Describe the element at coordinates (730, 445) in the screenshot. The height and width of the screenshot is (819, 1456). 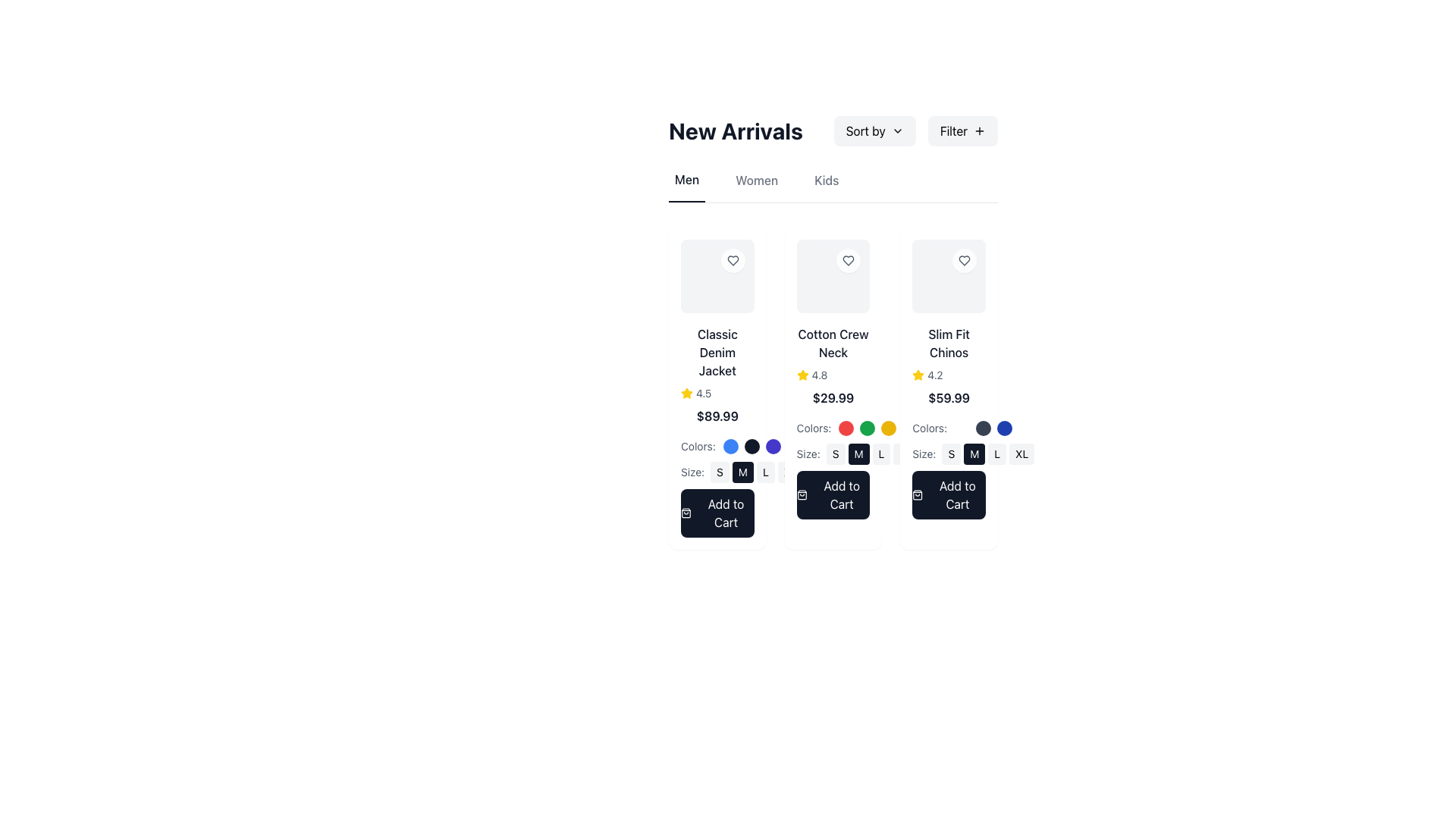
I see `the color selection button for the 'Classic Denim Jacket' located on the leftmost side of a row of three circular elements in the 'Colors:' section` at that location.